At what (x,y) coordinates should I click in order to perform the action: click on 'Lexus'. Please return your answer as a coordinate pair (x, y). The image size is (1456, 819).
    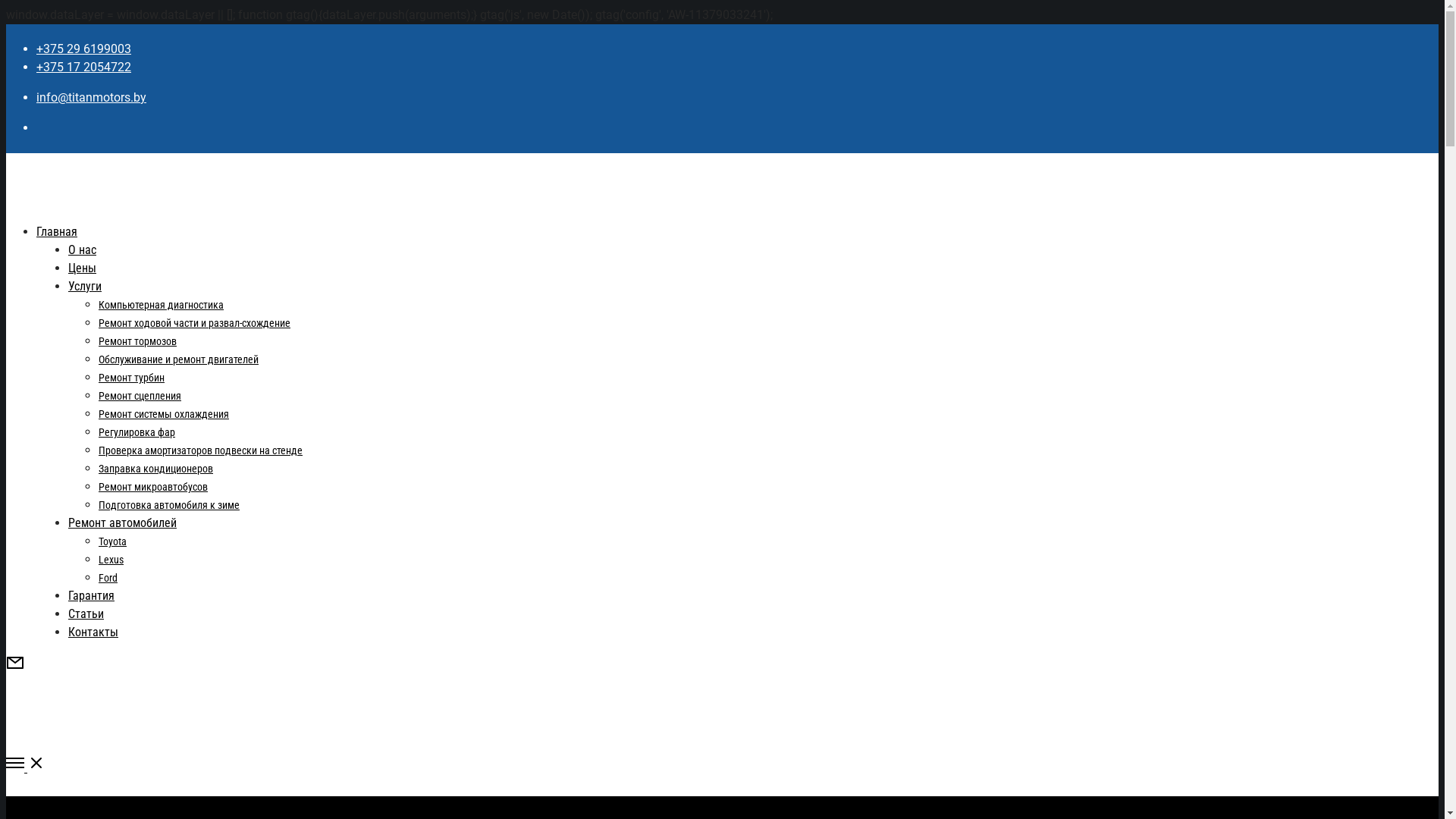
    Looking at the image, I should click on (97, 559).